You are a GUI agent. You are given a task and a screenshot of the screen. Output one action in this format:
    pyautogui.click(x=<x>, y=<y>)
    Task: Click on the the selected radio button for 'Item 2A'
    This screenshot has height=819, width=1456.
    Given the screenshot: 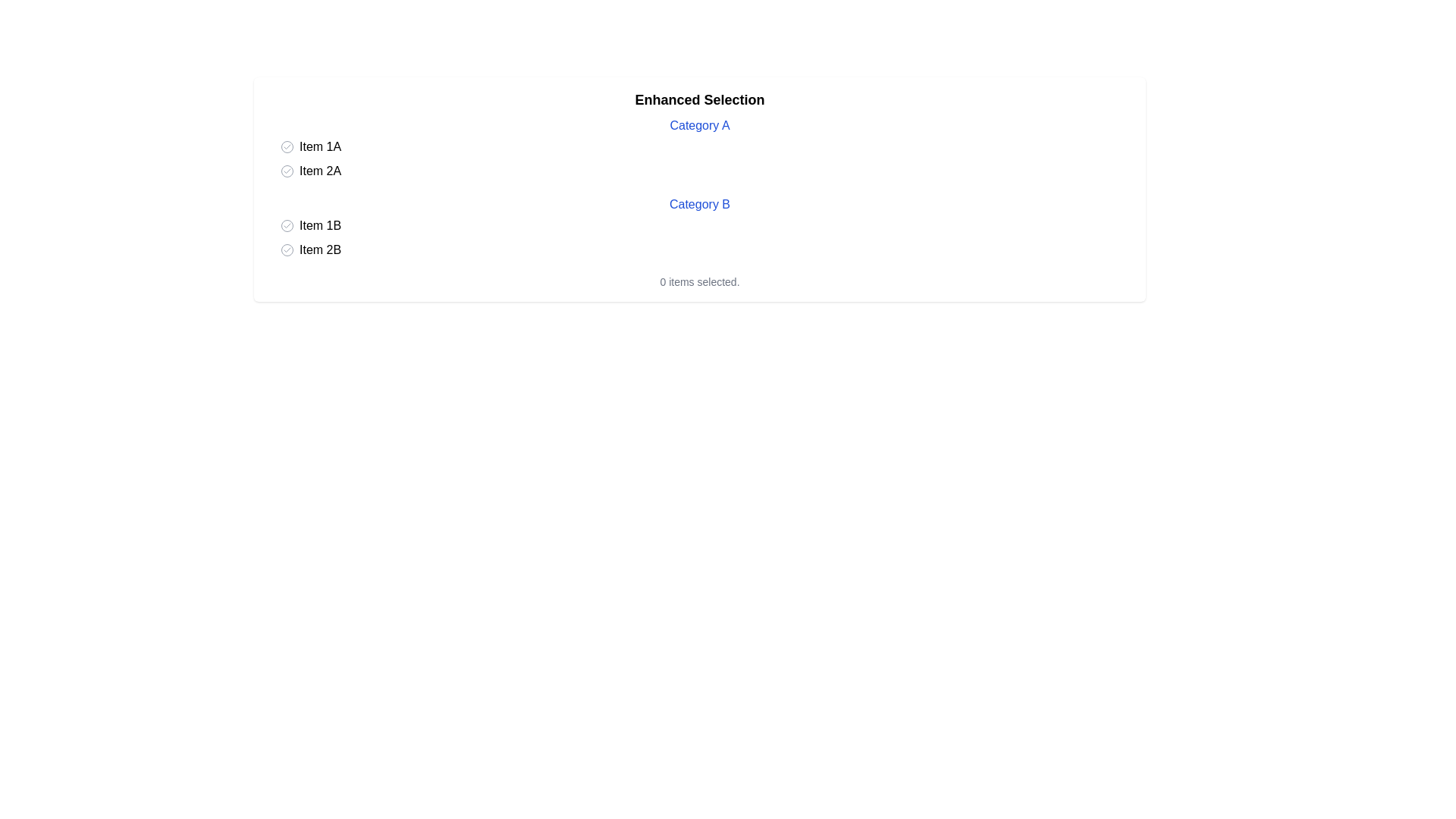 What is the action you would take?
    pyautogui.click(x=287, y=171)
    